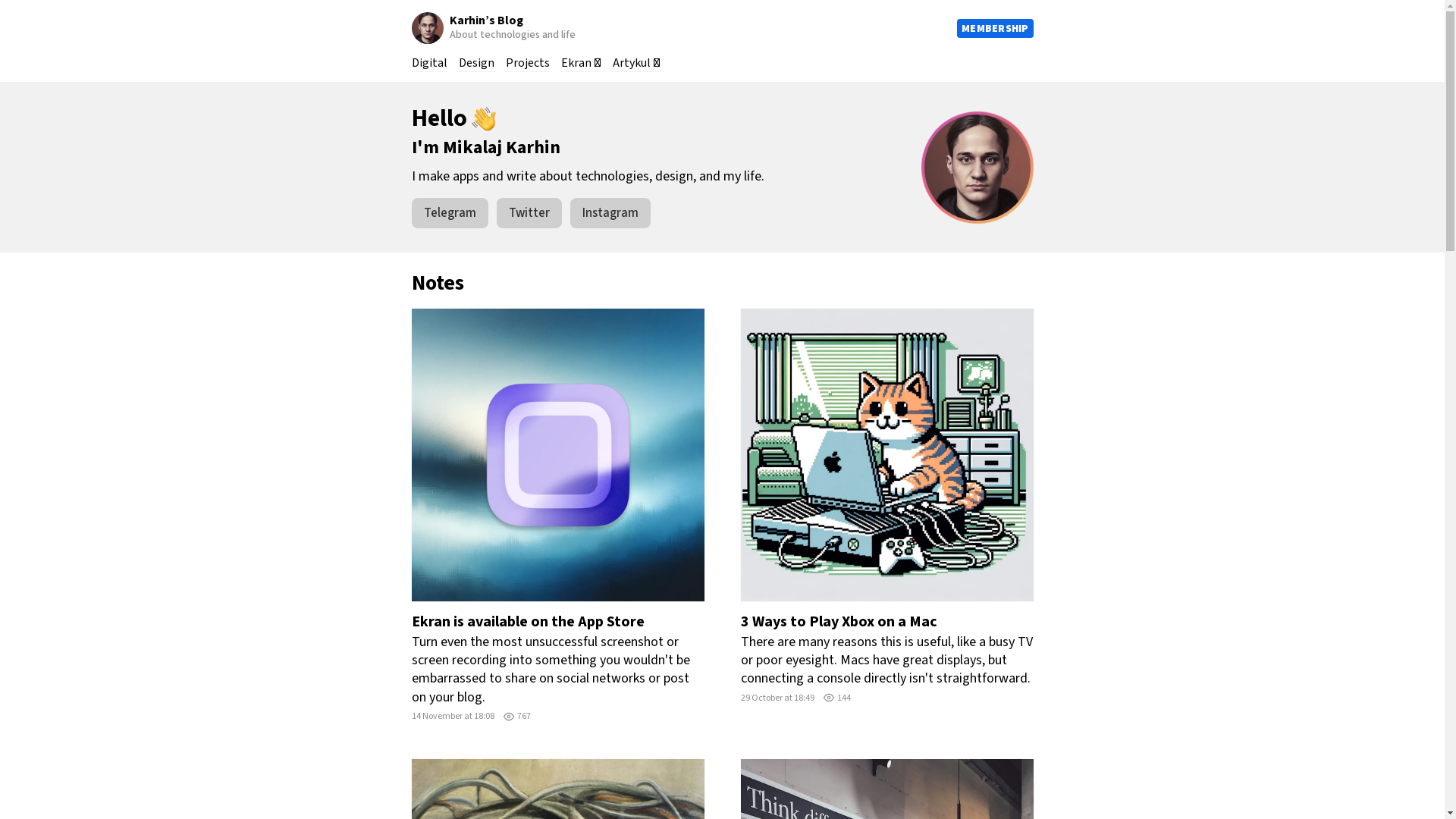  I want to click on '3 Ways to Play Xbox on a Mac', so click(886, 506).